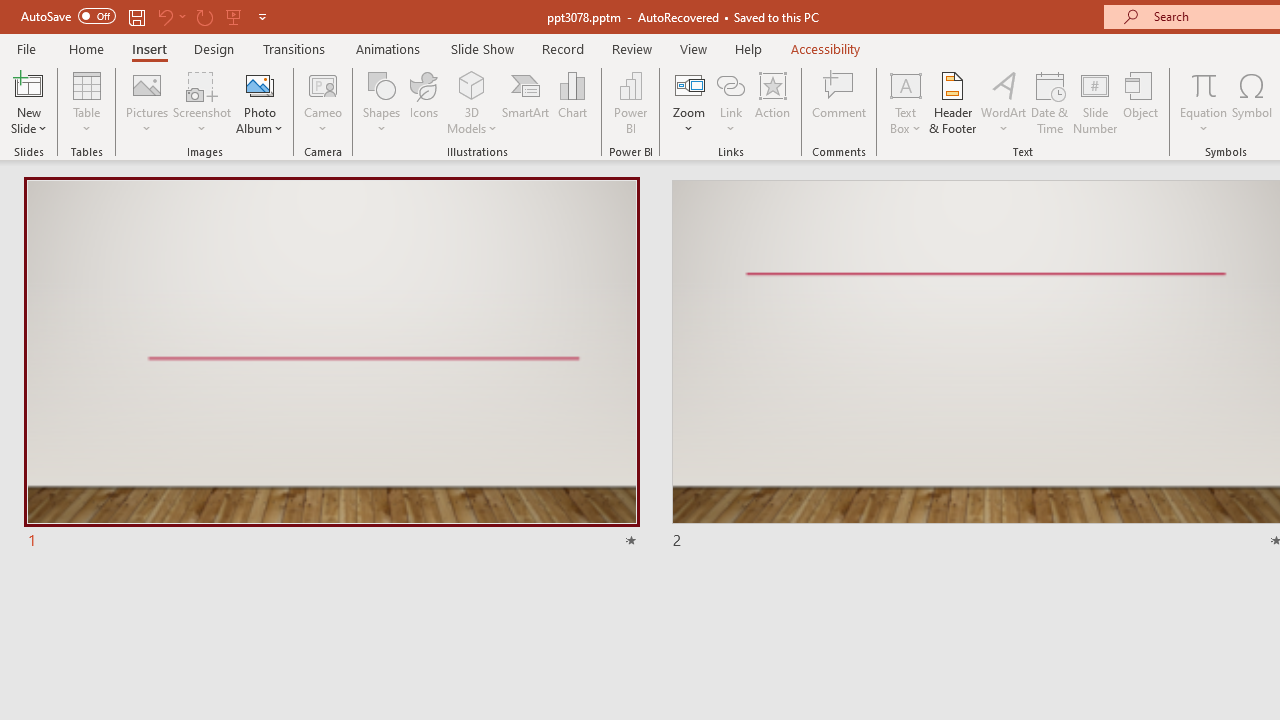 This screenshot has height=720, width=1280. I want to click on 'Slide Number', so click(1094, 103).